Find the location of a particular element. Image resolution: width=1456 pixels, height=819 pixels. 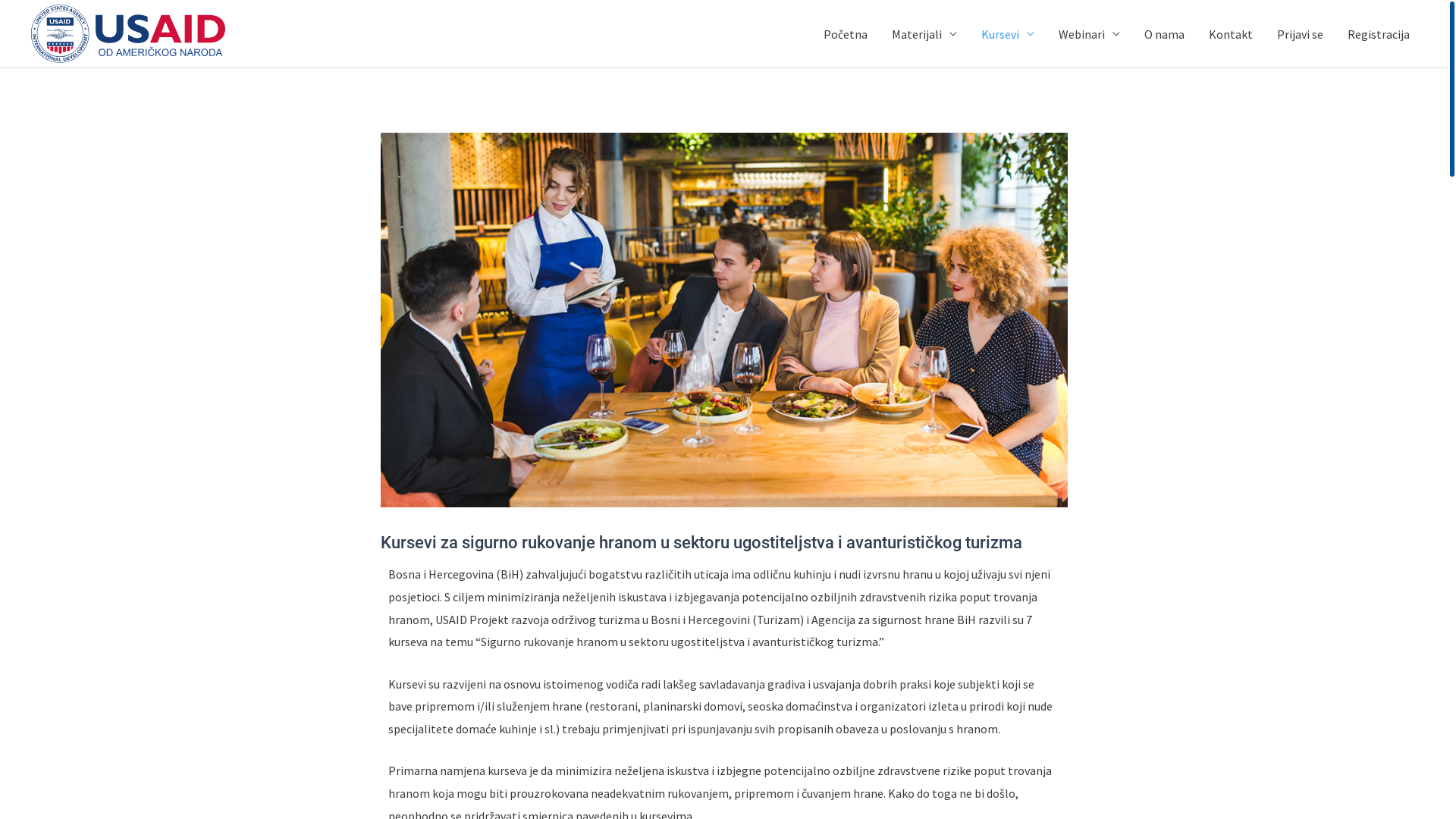

'O nama' is located at coordinates (1163, 33).